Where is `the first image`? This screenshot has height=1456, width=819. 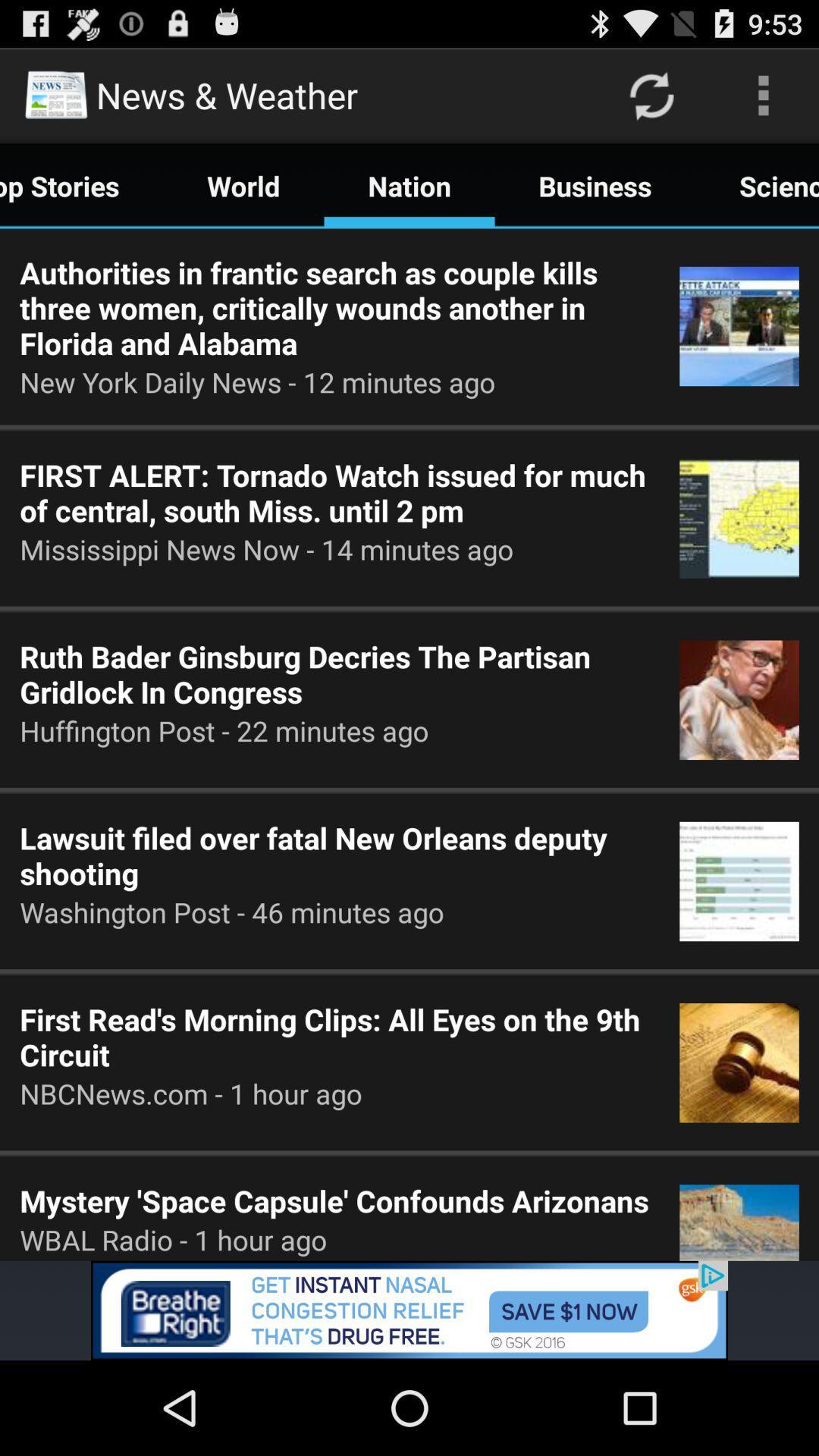
the first image is located at coordinates (739, 326).